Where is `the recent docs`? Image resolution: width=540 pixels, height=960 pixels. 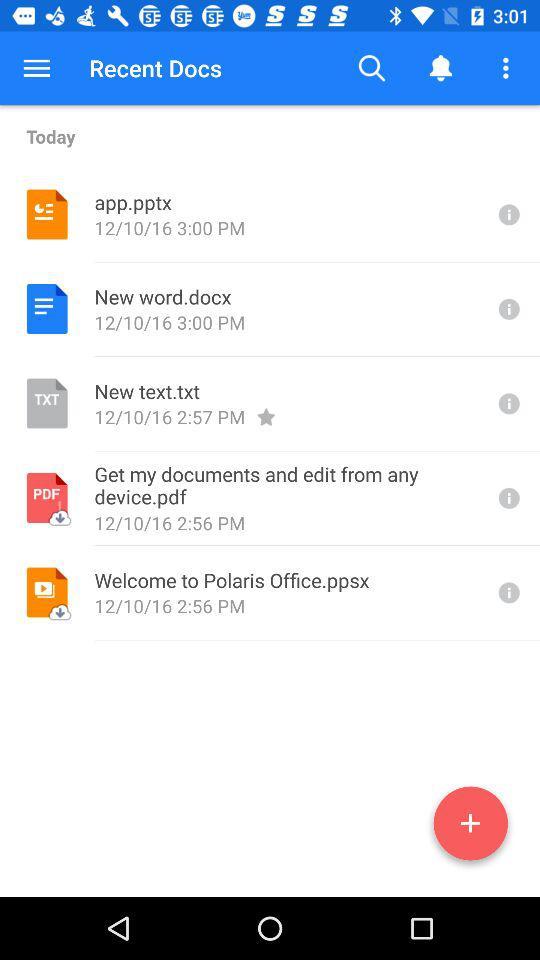
the recent docs is located at coordinates (154, 68).